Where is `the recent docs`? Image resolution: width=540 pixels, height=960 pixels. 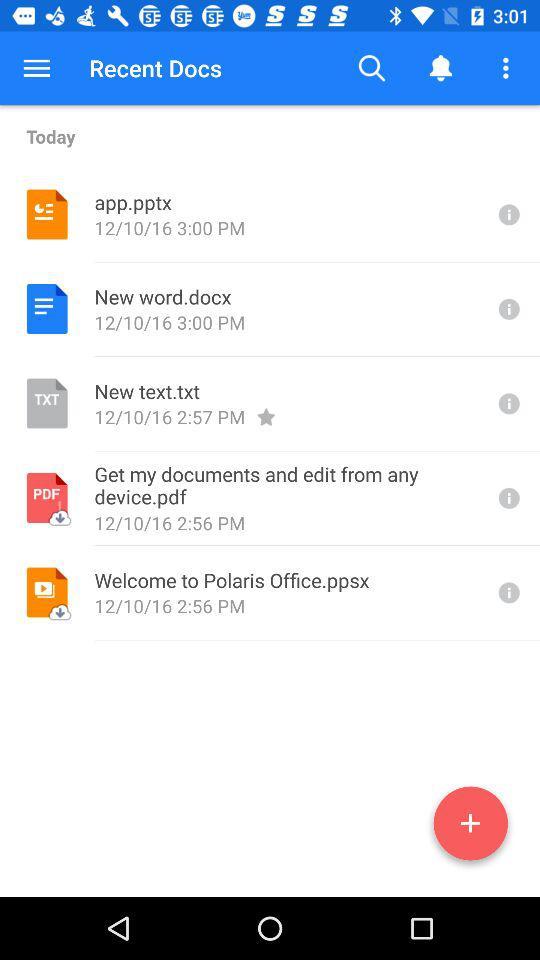
the recent docs is located at coordinates (154, 68).